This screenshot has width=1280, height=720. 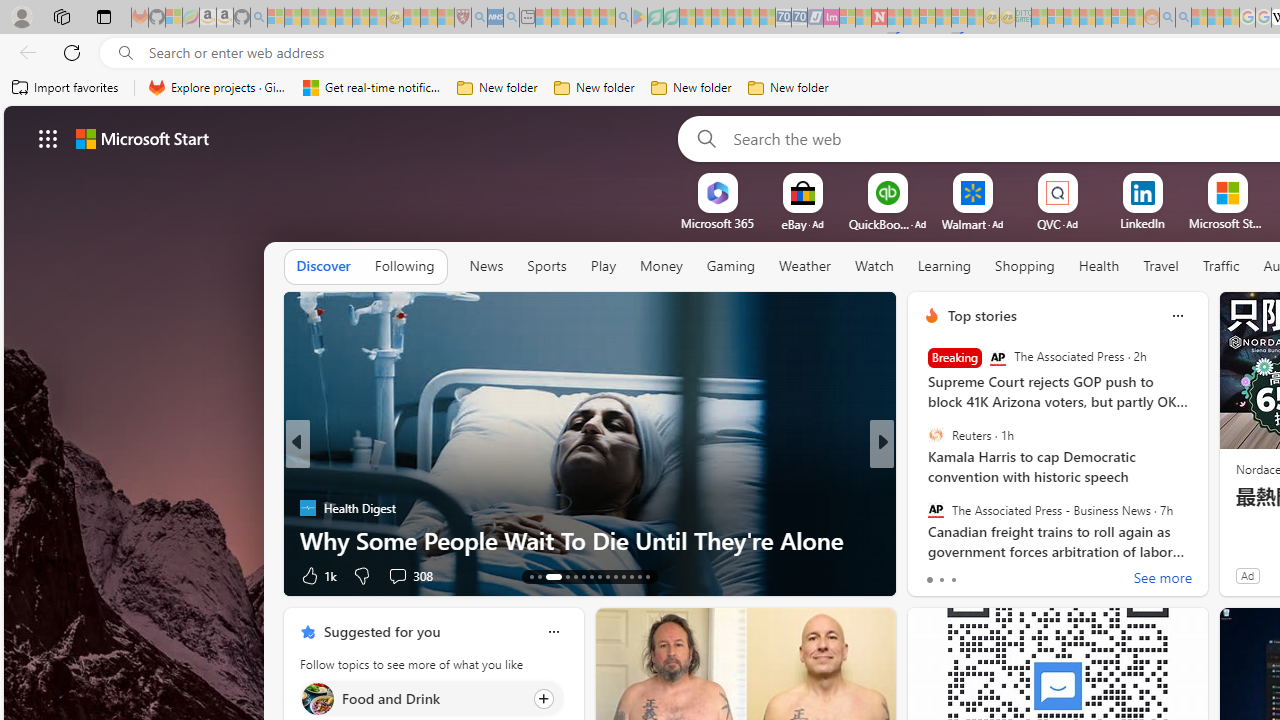 What do you see at coordinates (511, 17) in the screenshot?
I see `'utah sues federal government - Search - Sleeping'` at bounding box center [511, 17].